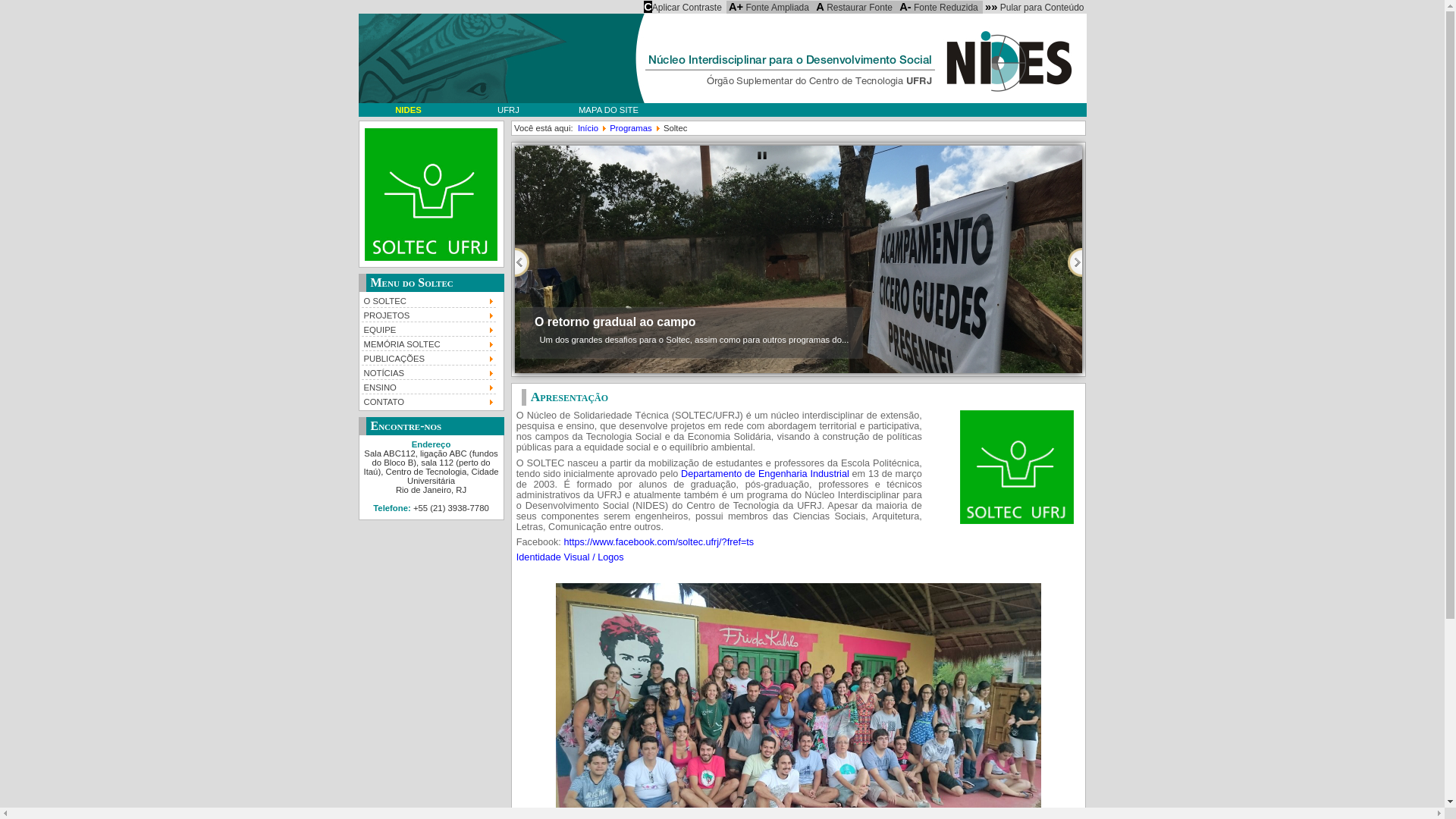 The image size is (1456, 819). I want to click on 'CONTATO', so click(428, 400).